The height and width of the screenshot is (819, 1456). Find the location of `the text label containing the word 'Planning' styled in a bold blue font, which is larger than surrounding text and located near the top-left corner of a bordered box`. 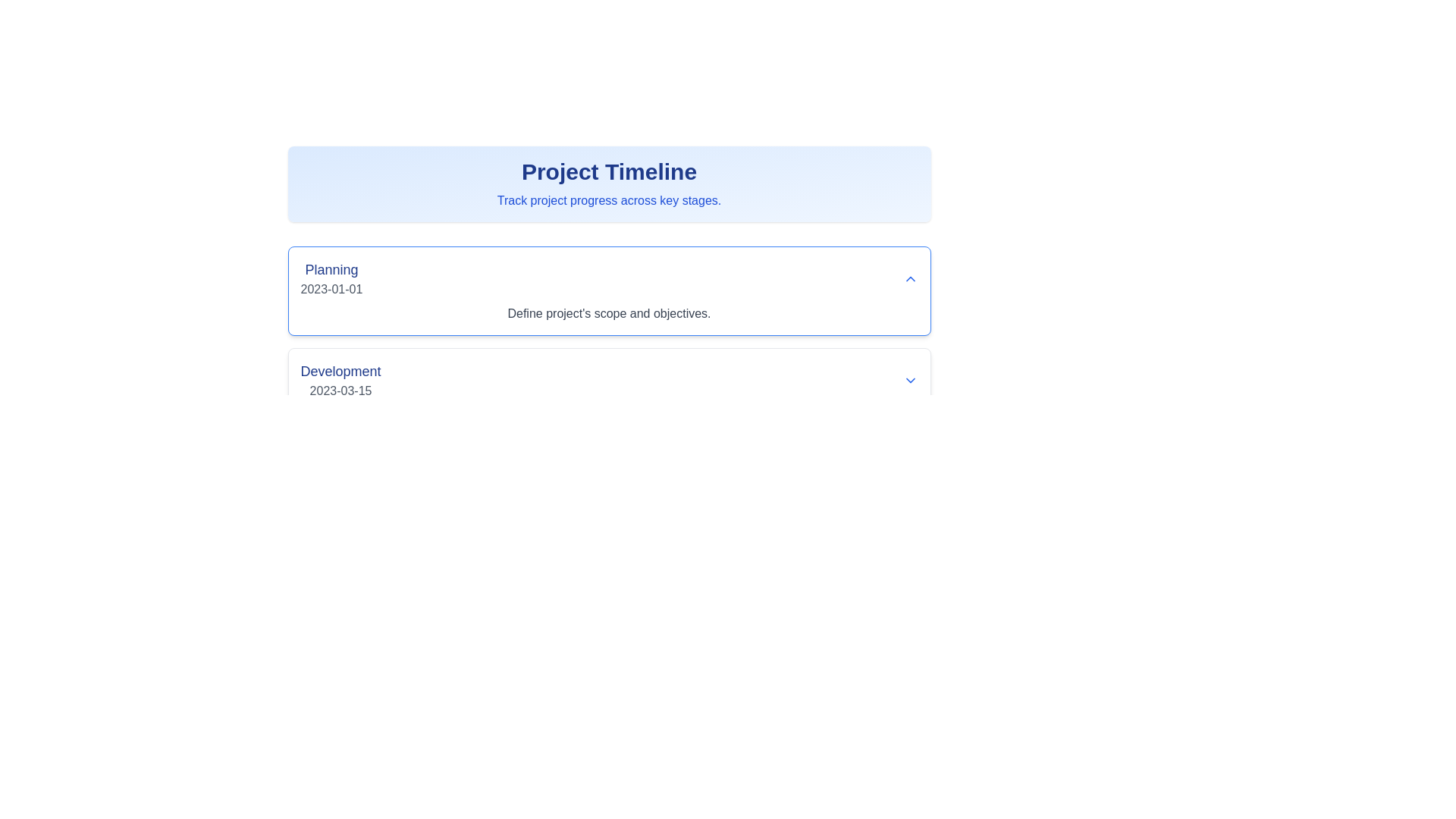

the text label containing the word 'Planning' styled in a bold blue font, which is larger than surrounding text and located near the top-left corner of a bordered box is located at coordinates (331, 268).